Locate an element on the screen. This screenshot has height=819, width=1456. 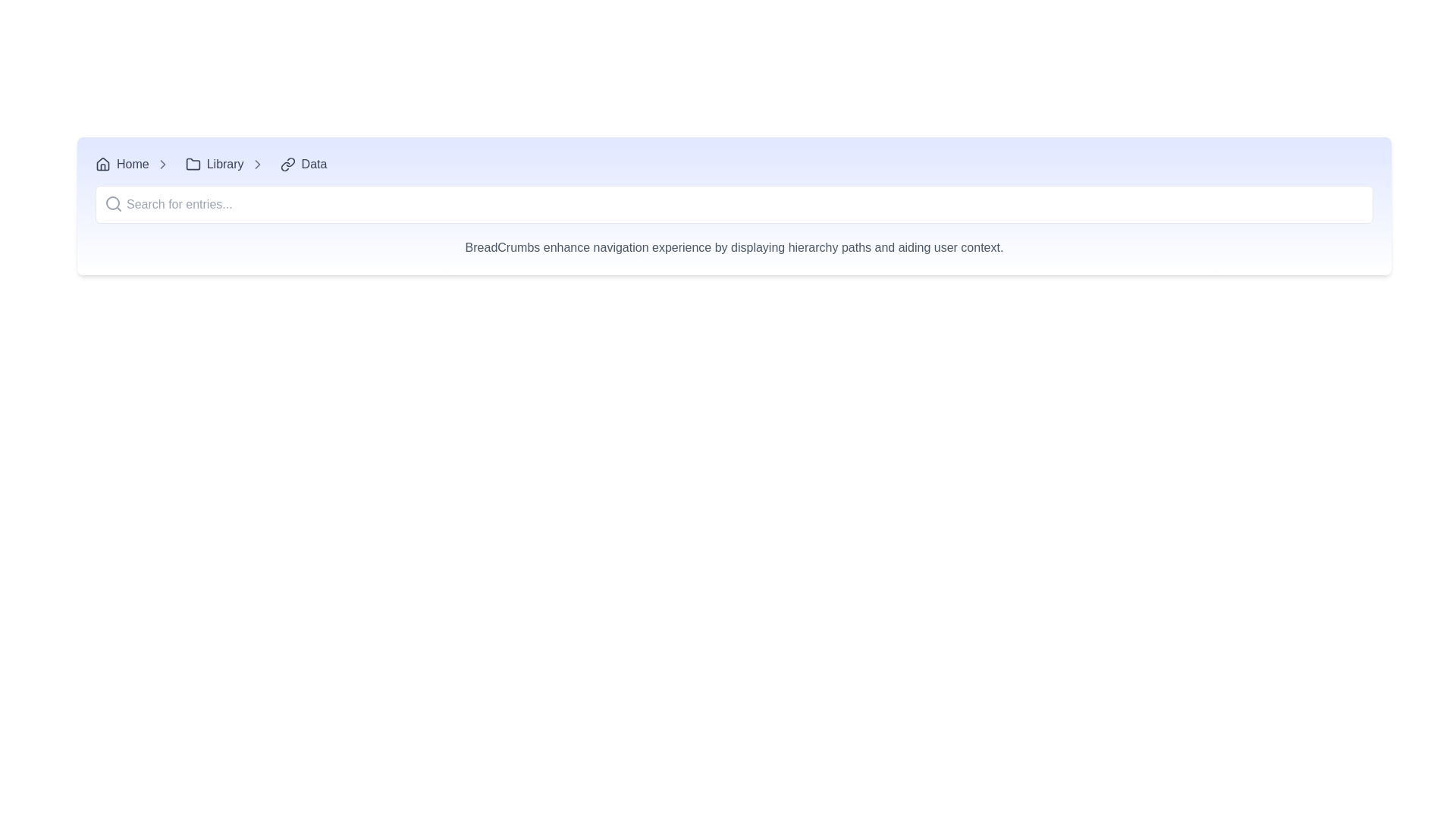
the chain or link icon in the breadcrumb navigation bar, which is located adjacent to the 'Data' text label is located at coordinates (290, 162).